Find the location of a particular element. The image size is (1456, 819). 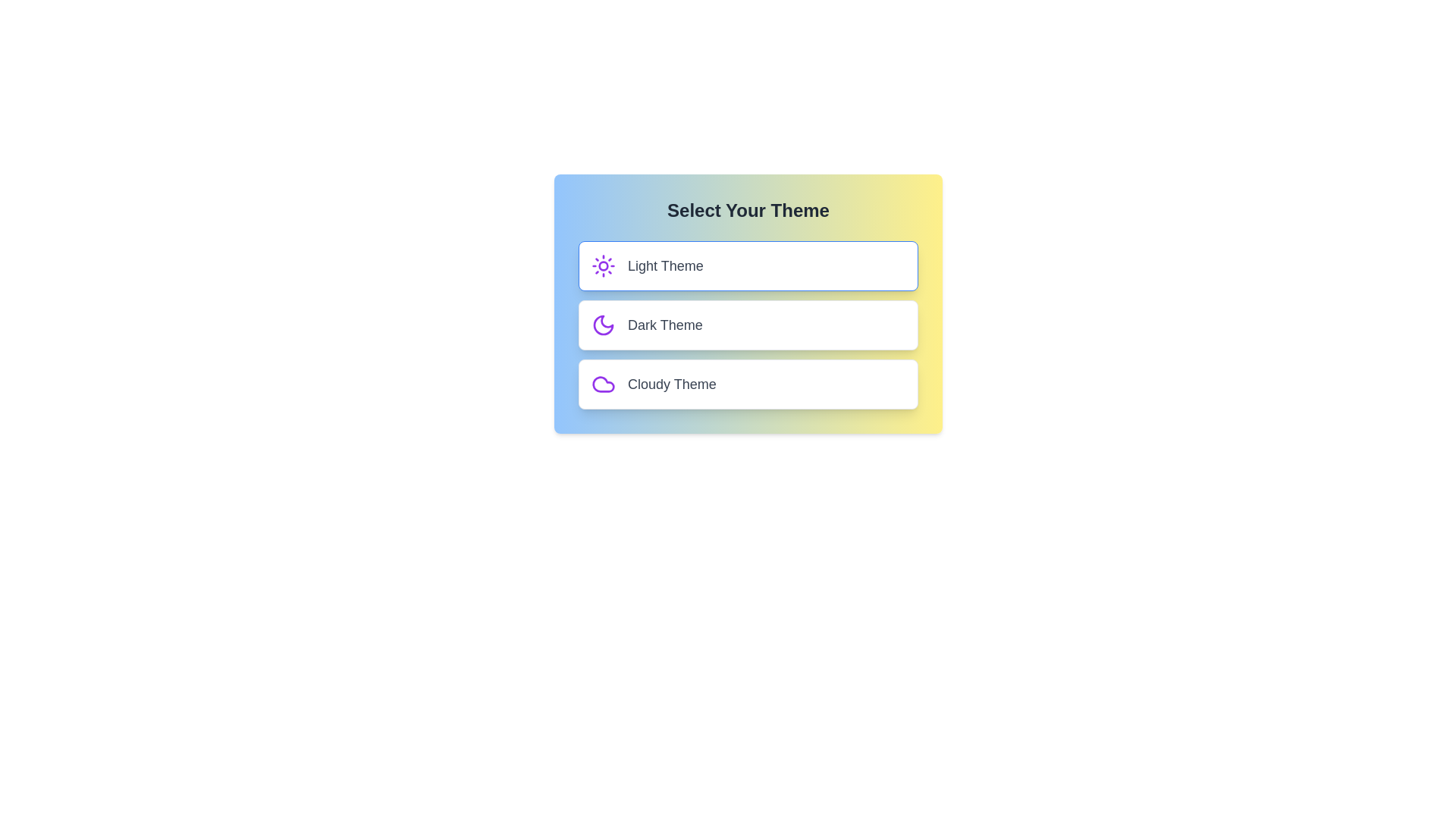

the 'Light Theme' icon, which is the first option in the theme selection list, visually representing the 'Light Theme' option is located at coordinates (603, 265).